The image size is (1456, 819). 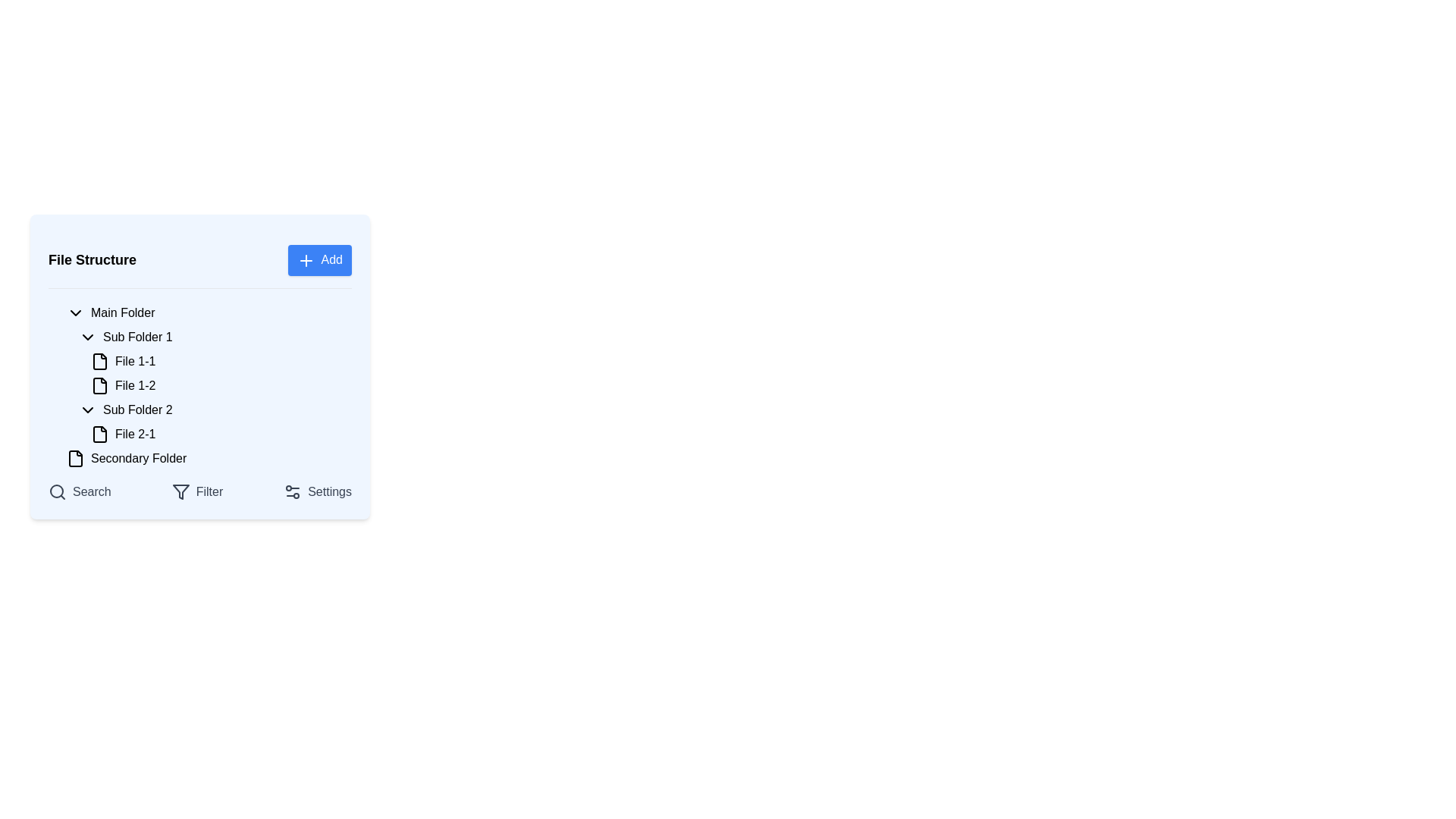 What do you see at coordinates (58, 491) in the screenshot?
I see `the search icon located immediately to the left of the text 'Search' in the File Structure panel` at bounding box center [58, 491].